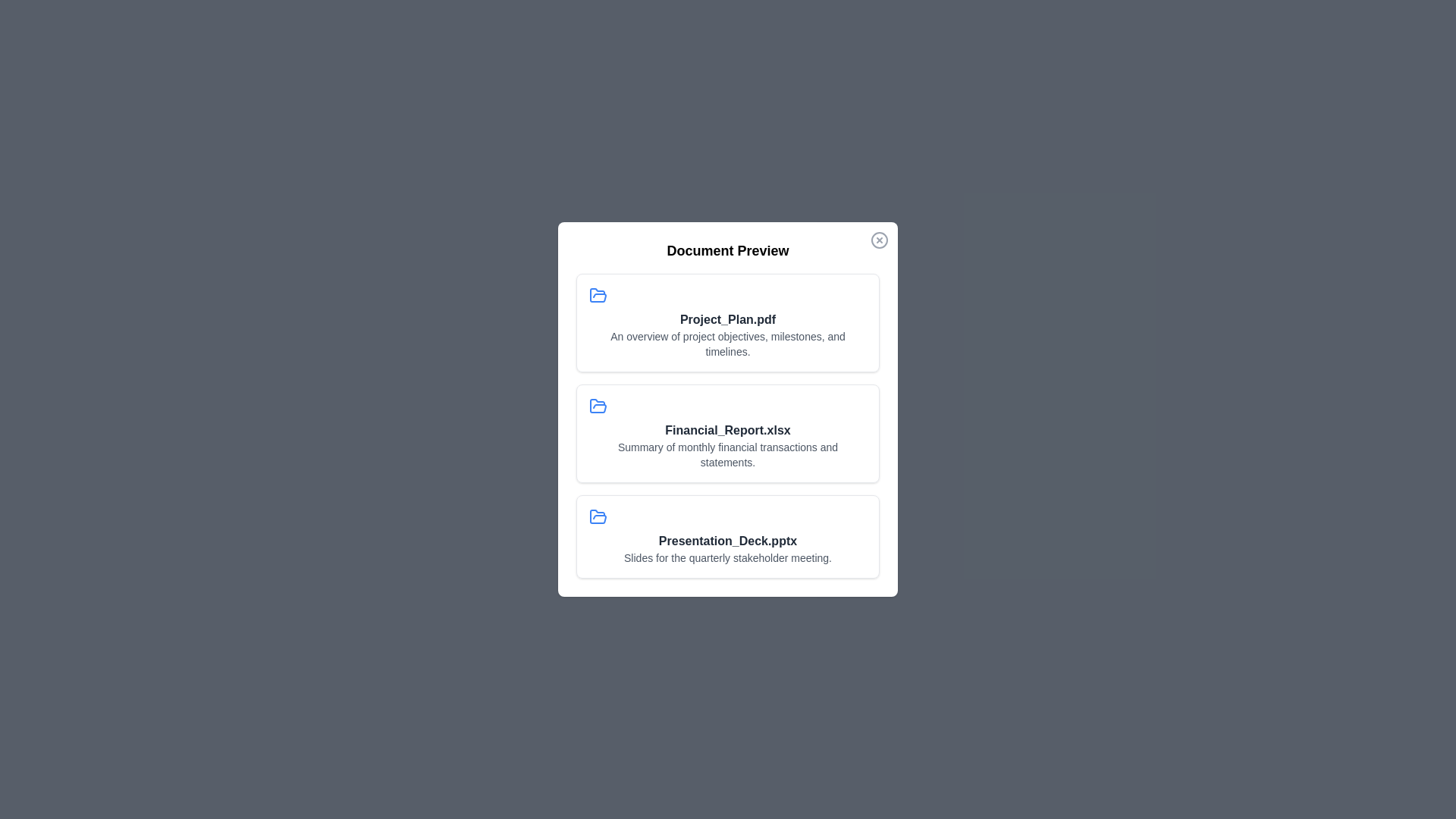 This screenshot has width=1456, height=819. Describe the element at coordinates (880, 239) in the screenshot. I see `the close button in the top-right corner of the dialog` at that location.